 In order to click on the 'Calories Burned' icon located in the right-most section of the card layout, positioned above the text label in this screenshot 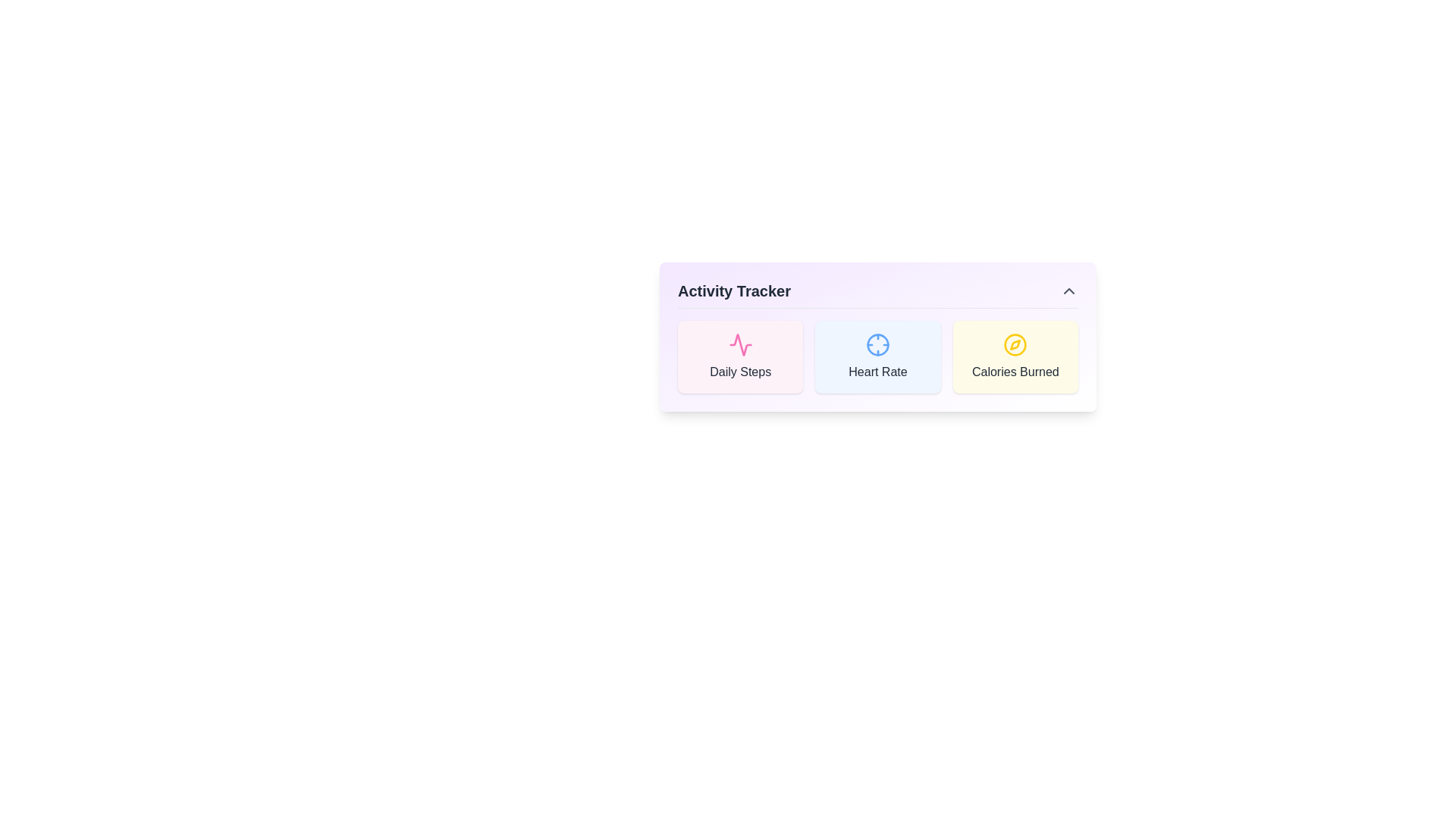, I will do `click(1015, 345)`.